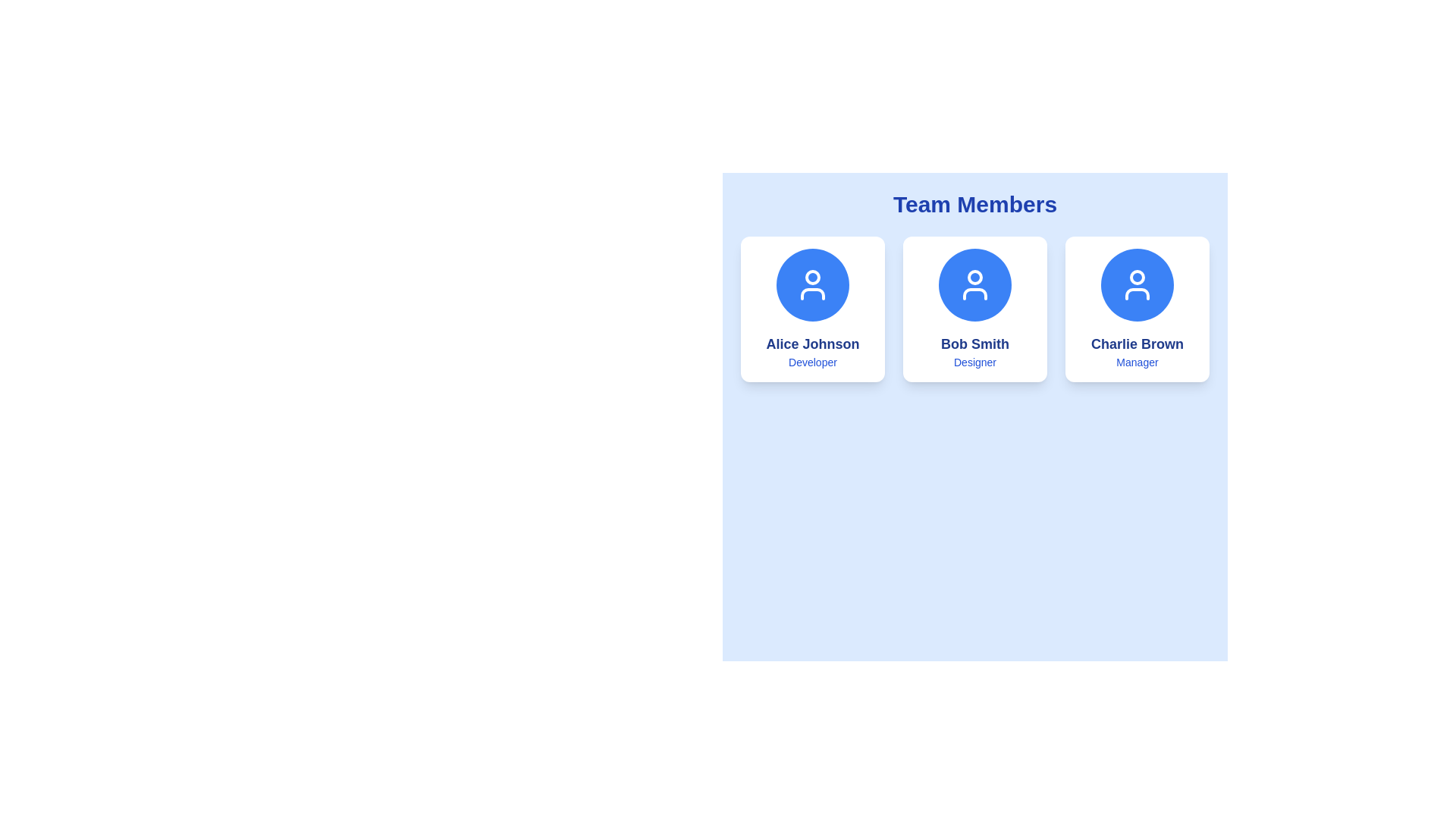 The height and width of the screenshot is (819, 1456). I want to click on the small filled circle representing a user in the Charlie Brown profile card, which is located at the top center of the user icon, so click(1137, 278).